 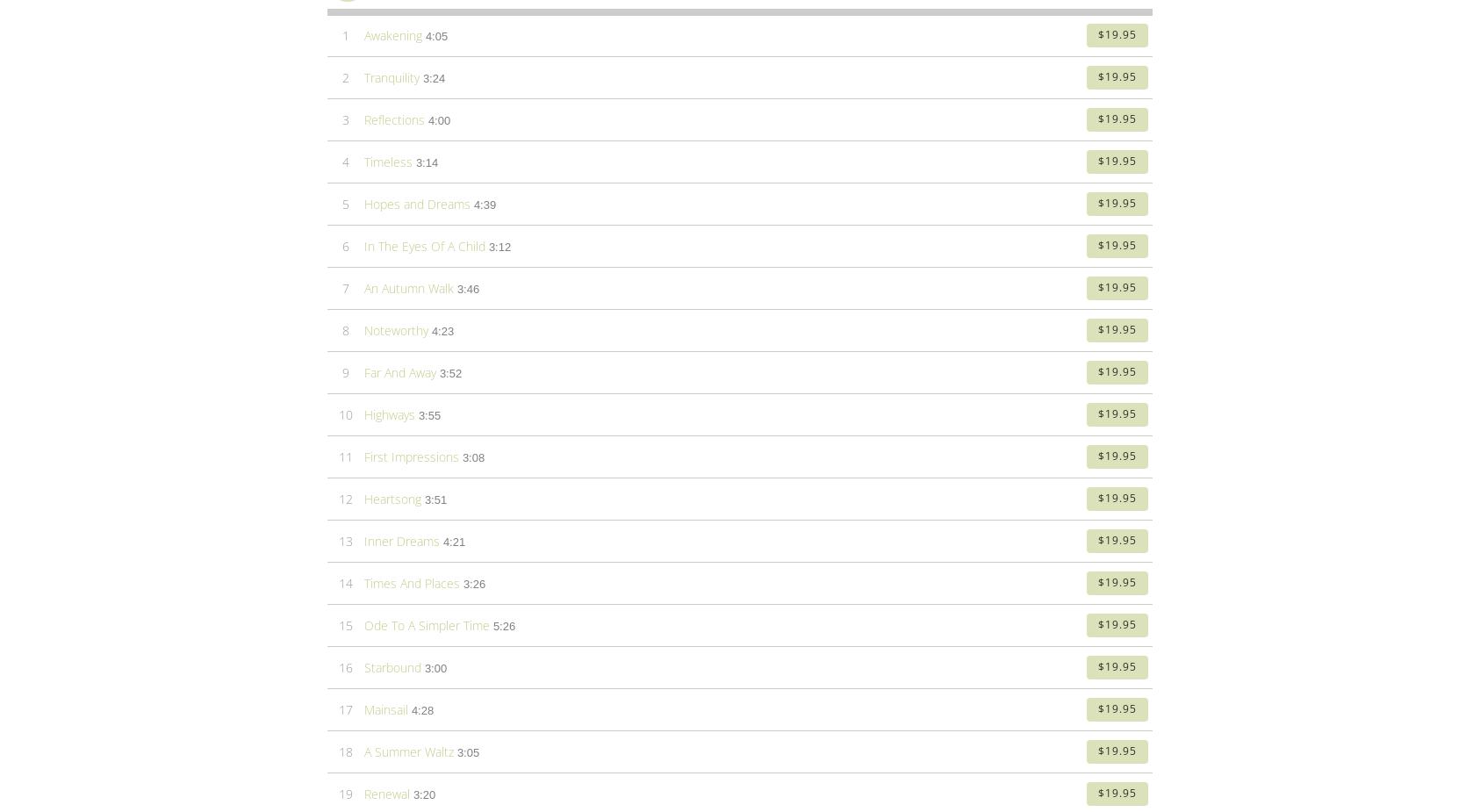 I want to click on 'Package and Order Details', so click(x=483, y=367).